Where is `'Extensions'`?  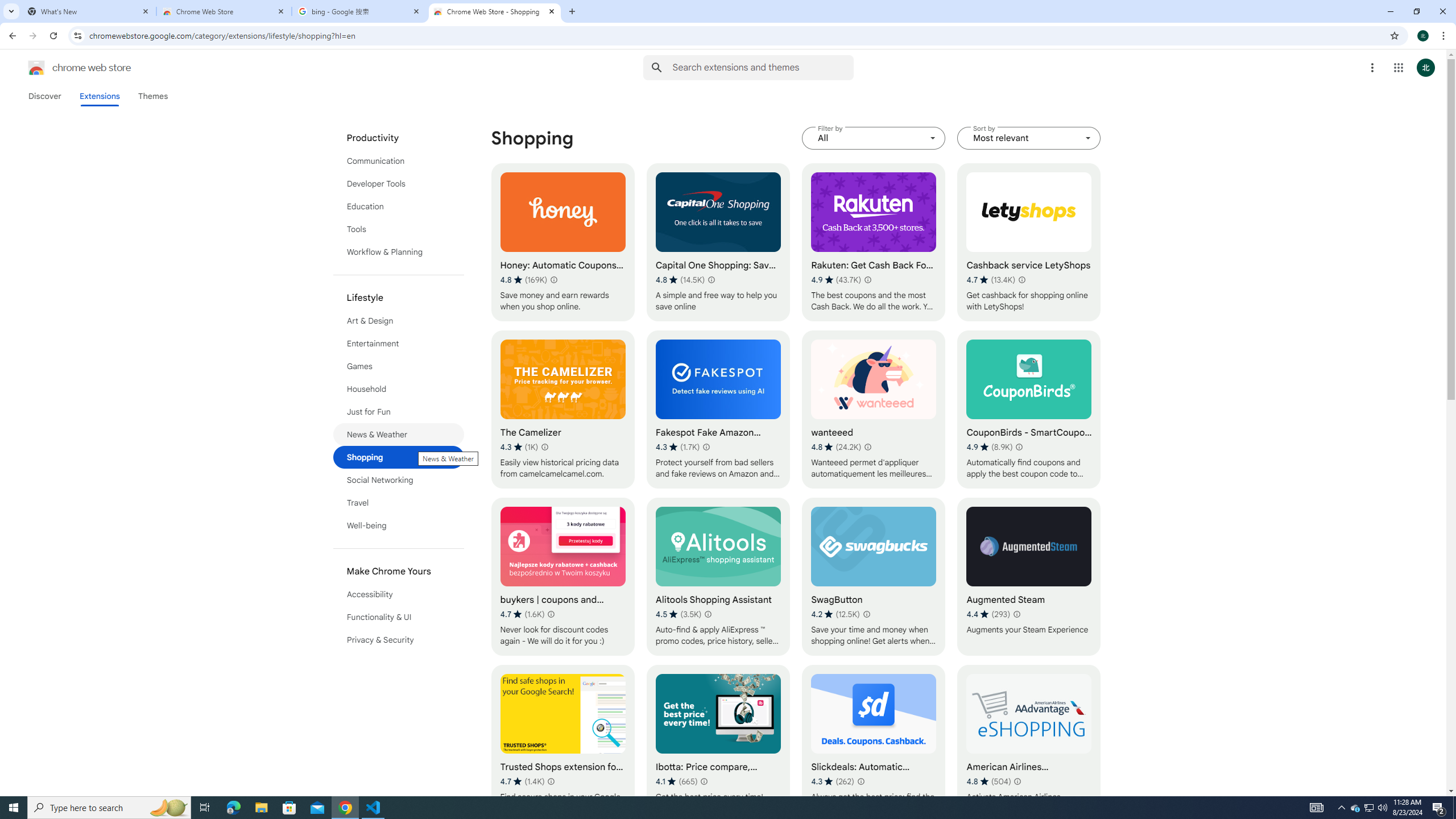 'Extensions' is located at coordinates (100, 96).